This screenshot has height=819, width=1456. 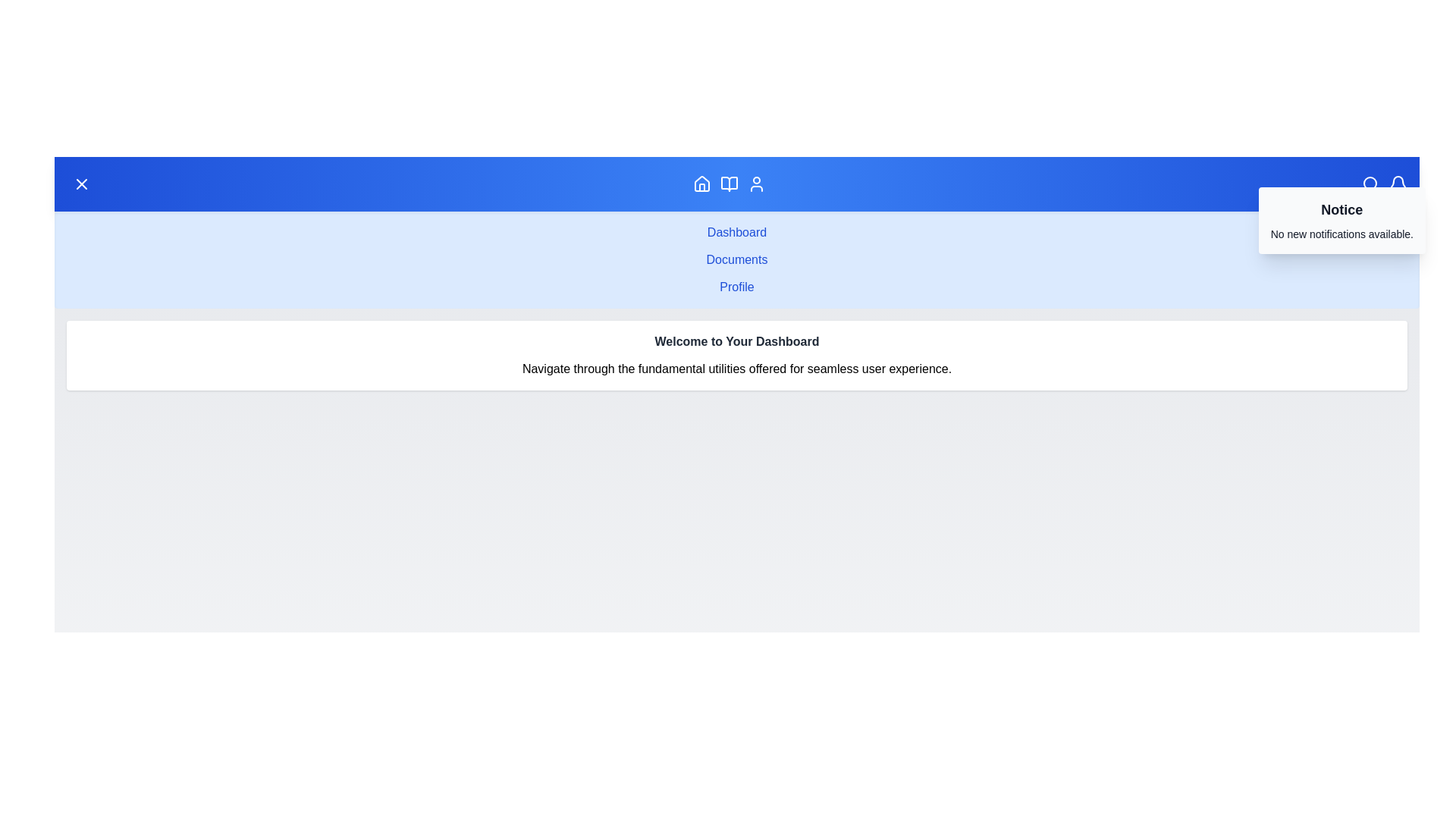 What do you see at coordinates (736, 626) in the screenshot?
I see `the main content area to focus on it` at bounding box center [736, 626].